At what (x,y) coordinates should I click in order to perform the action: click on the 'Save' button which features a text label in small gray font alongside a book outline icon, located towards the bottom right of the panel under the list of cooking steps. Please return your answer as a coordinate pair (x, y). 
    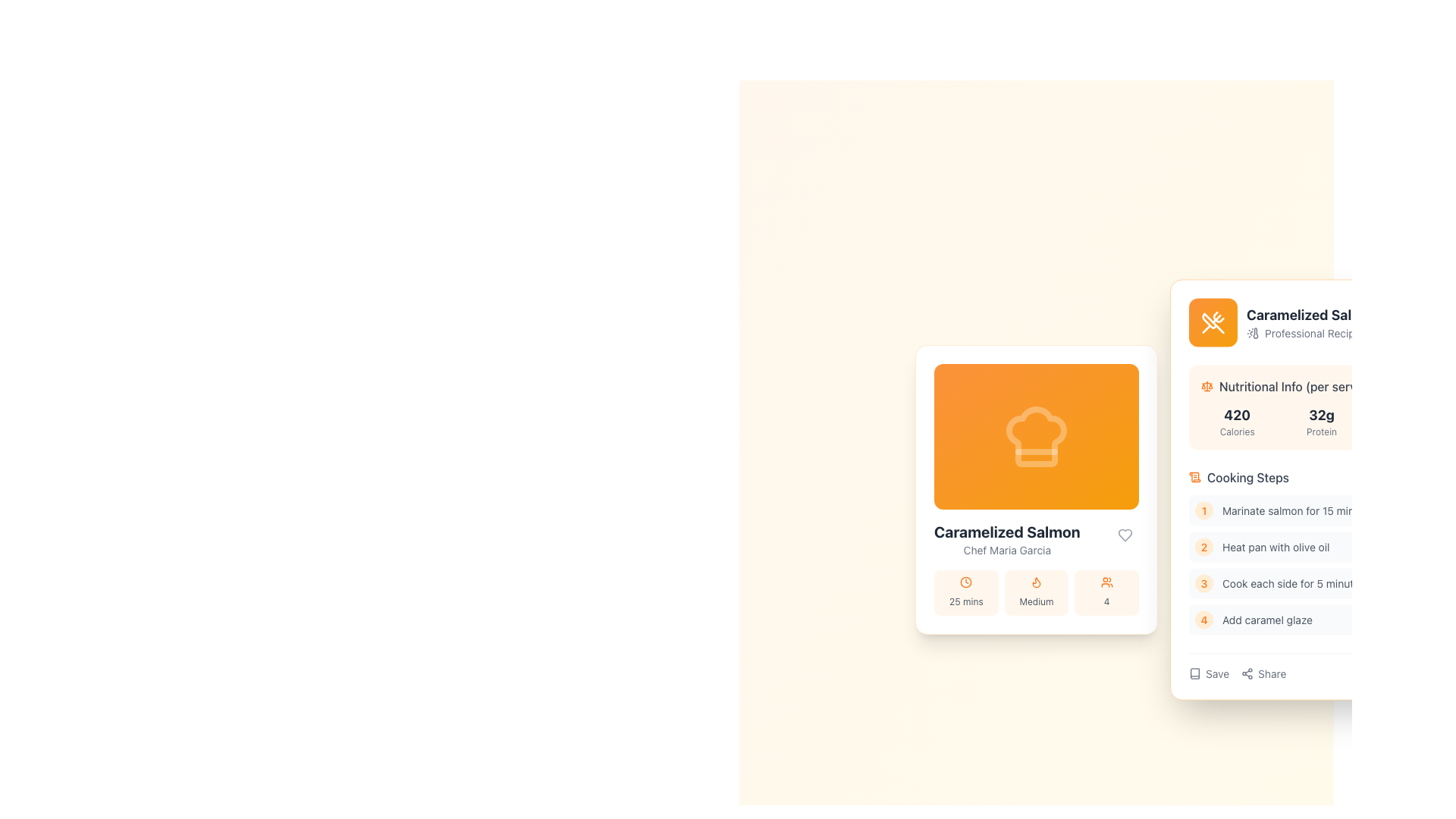
    Looking at the image, I should click on (1208, 673).